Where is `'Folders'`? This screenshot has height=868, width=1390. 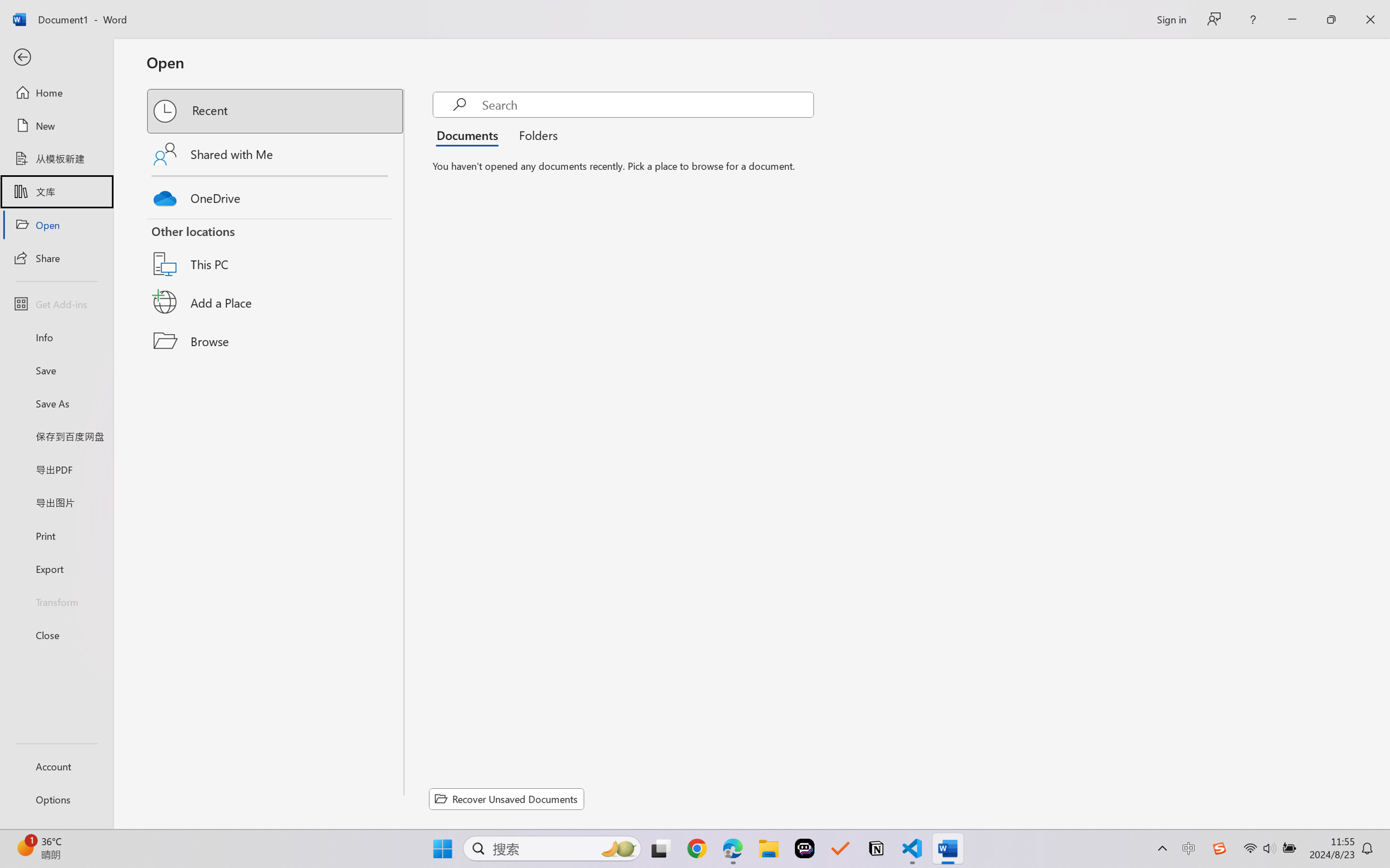
'Folders' is located at coordinates (535, 134).